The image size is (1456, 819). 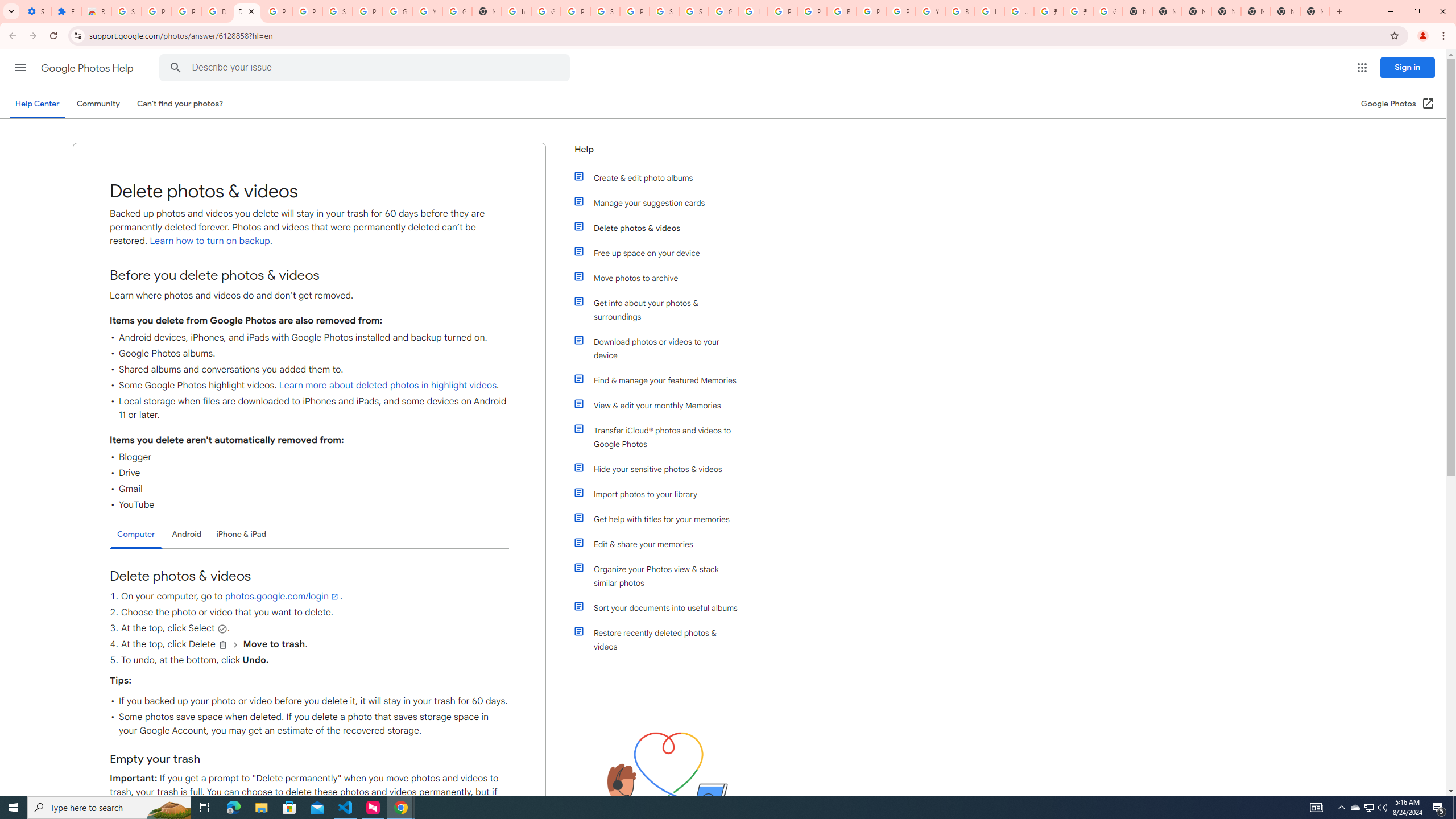 I want to click on 'Sign in - Google Accounts', so click(x=664, y=11).